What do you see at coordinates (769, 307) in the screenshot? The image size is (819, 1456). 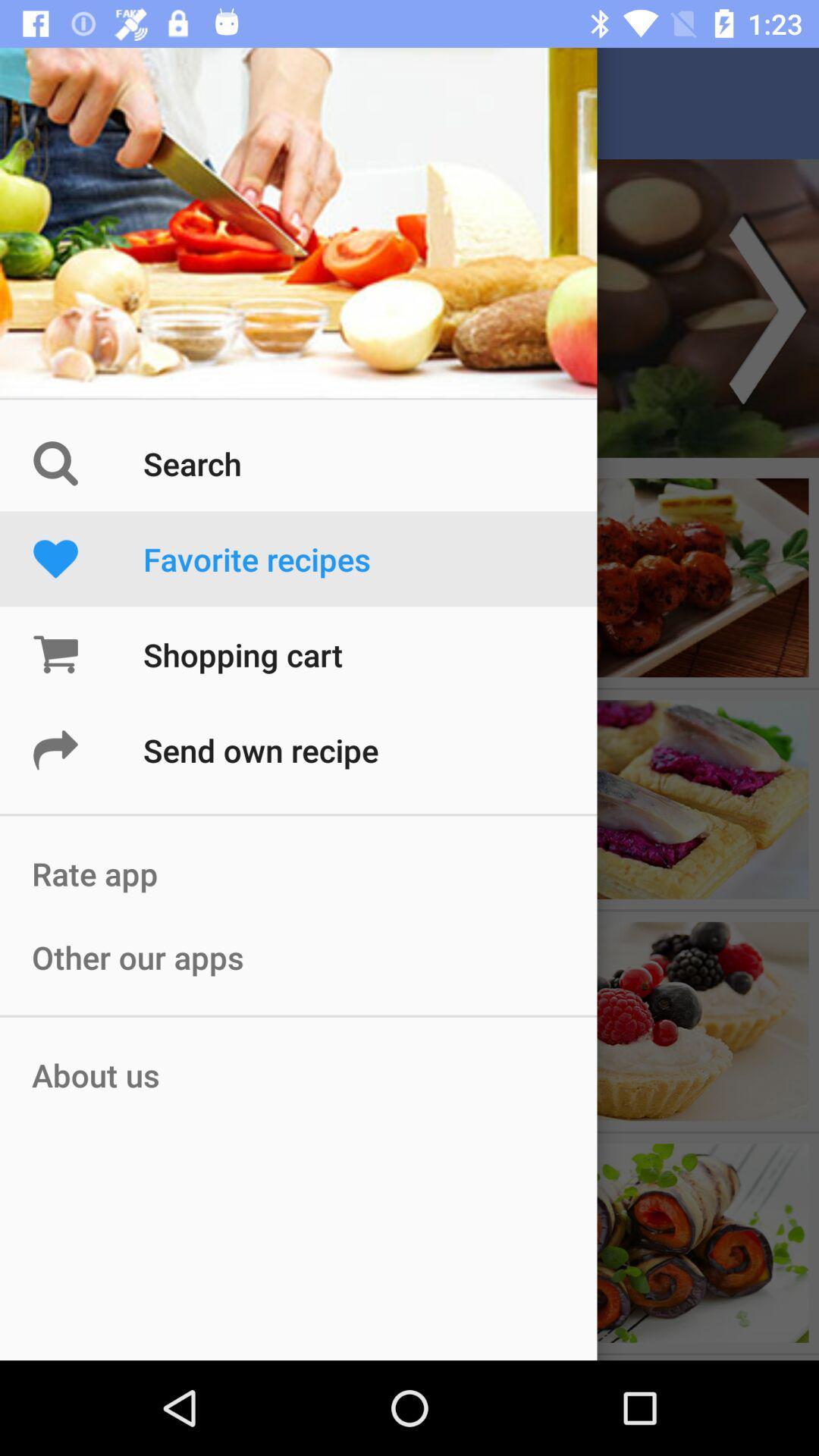 I see `the arrow_forward icon` at bounding box center [769, 307].